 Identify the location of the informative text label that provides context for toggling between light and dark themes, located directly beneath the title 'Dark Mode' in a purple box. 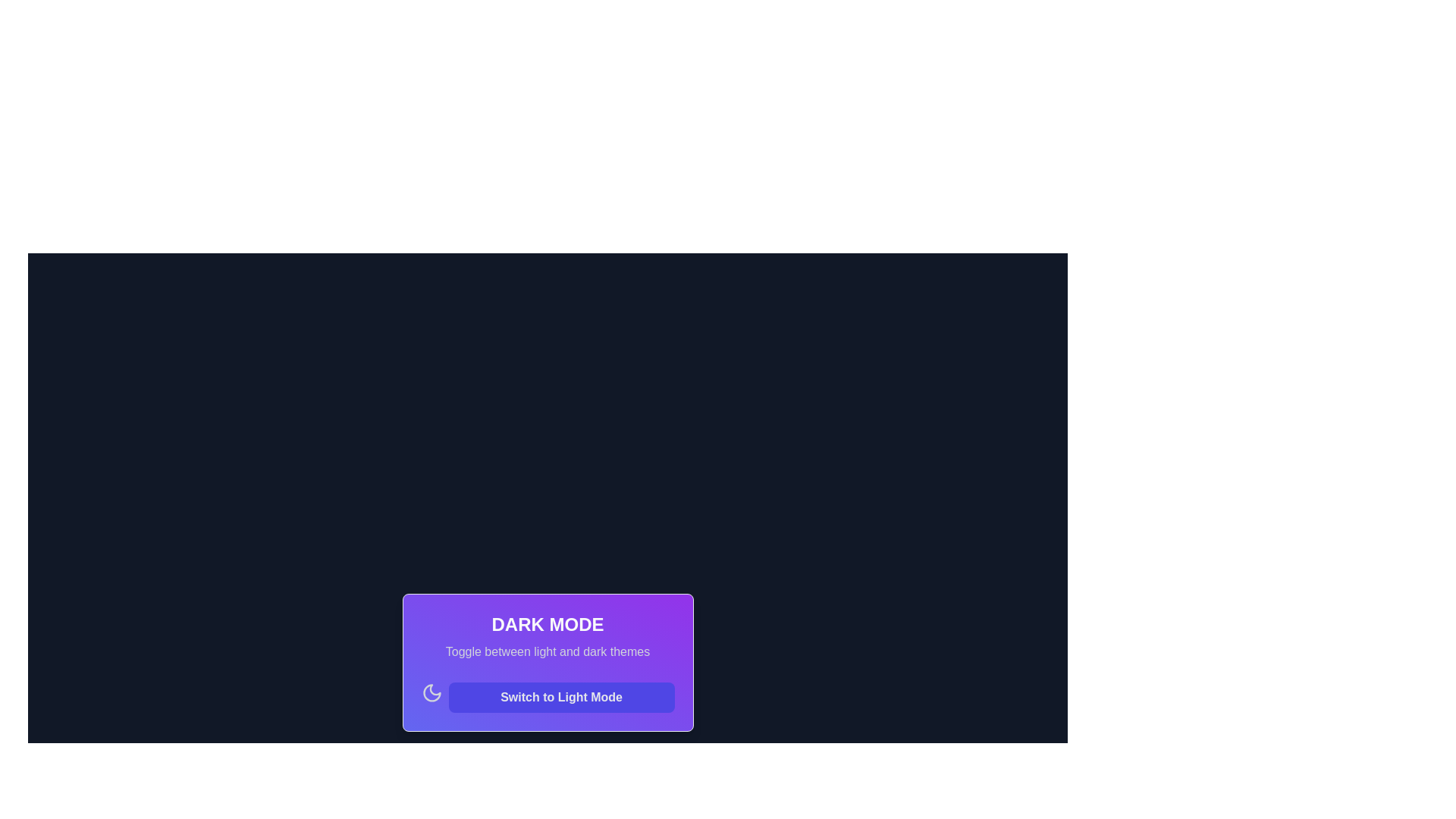
(547, 651).